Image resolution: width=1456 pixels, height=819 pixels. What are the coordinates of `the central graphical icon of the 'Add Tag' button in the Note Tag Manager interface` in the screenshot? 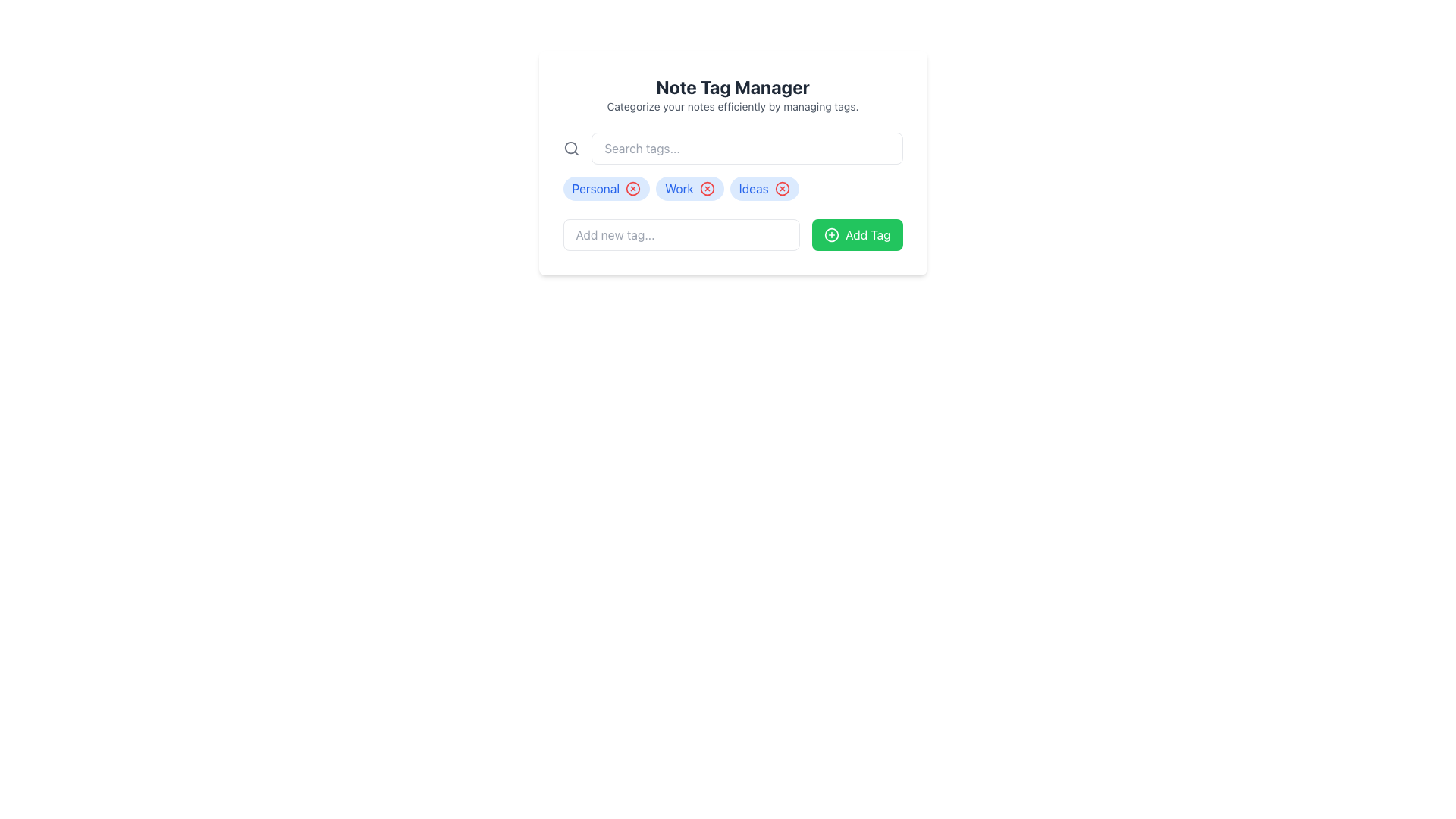 It's located at (831, 234).